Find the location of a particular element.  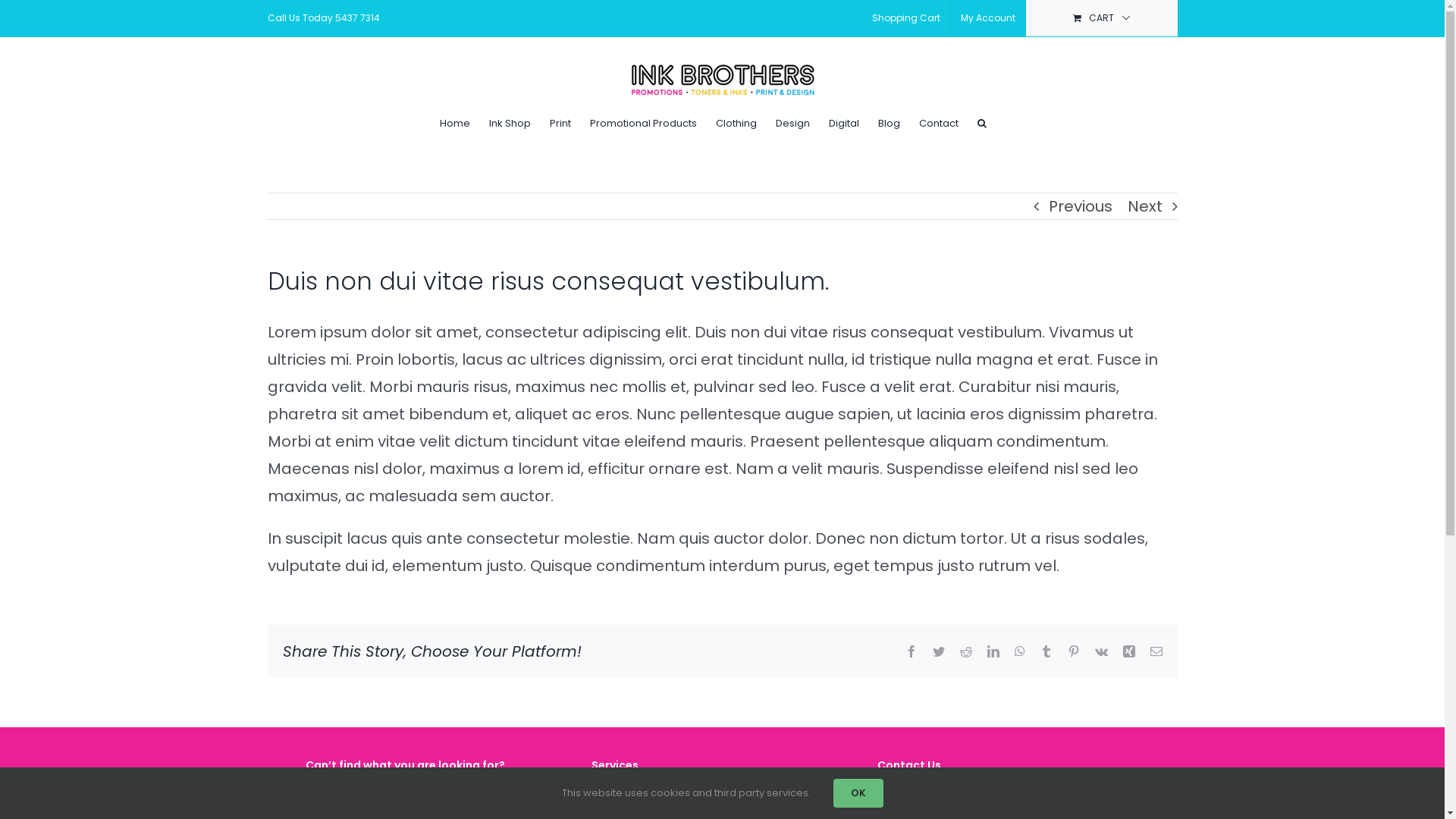

'My Account' is located at coordinates (987, 17).